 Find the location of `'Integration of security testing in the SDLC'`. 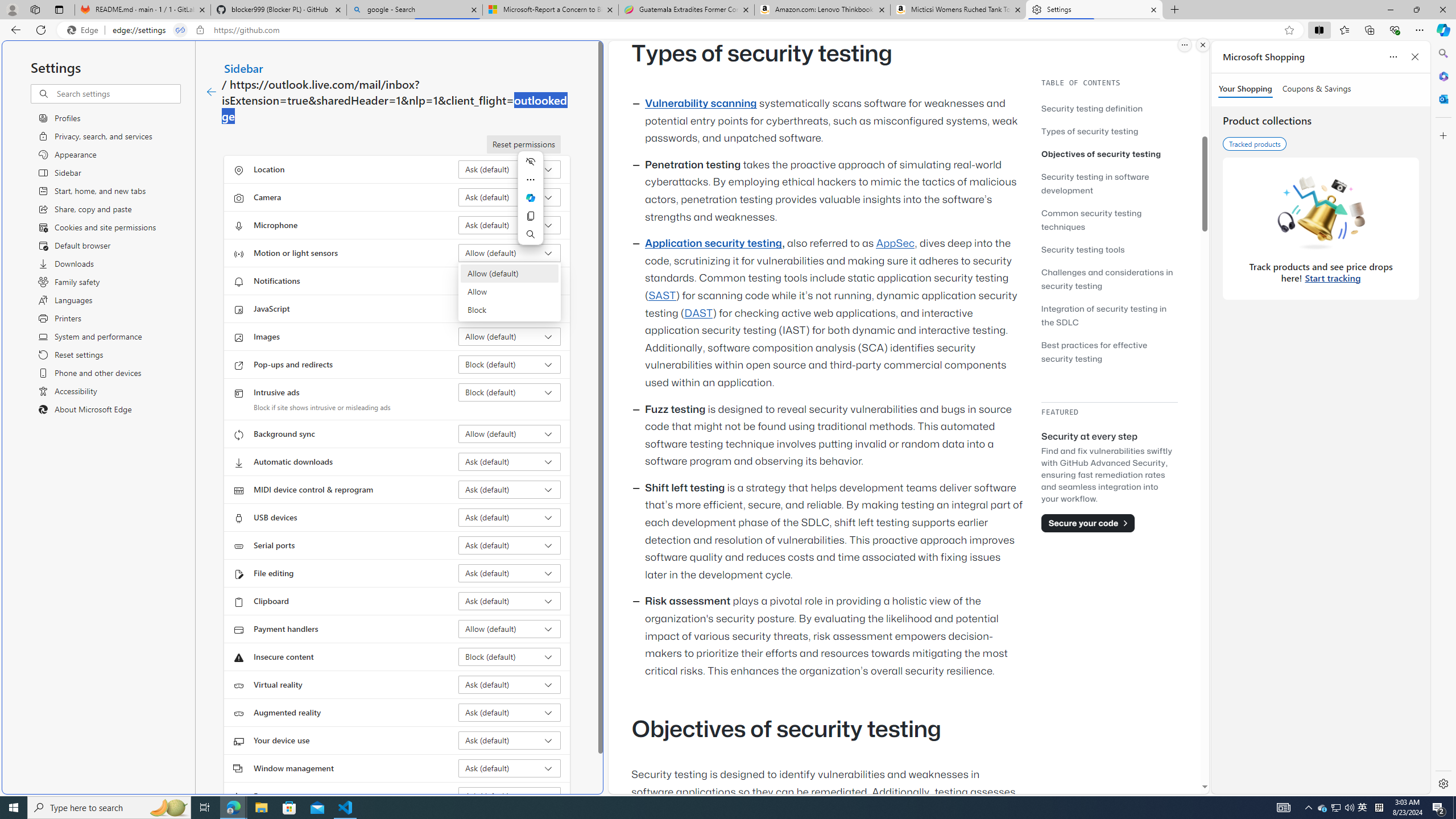

'Integration of security testing in the SDLC' is located at coordinates (1103, 315).